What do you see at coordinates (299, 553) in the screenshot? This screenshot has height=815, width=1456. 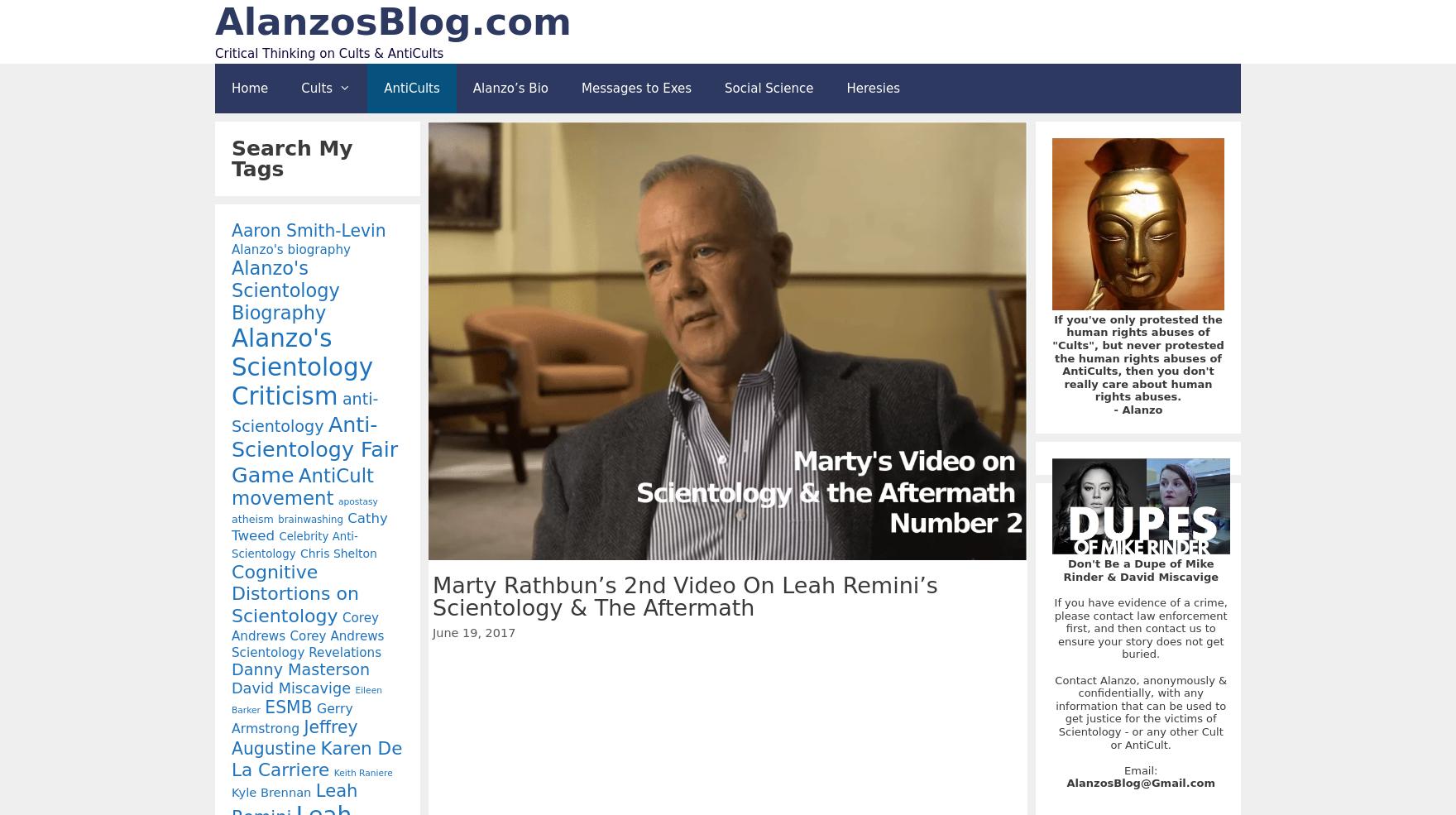 I see `'Chris Shelton'` at bounding box center [299, 553].